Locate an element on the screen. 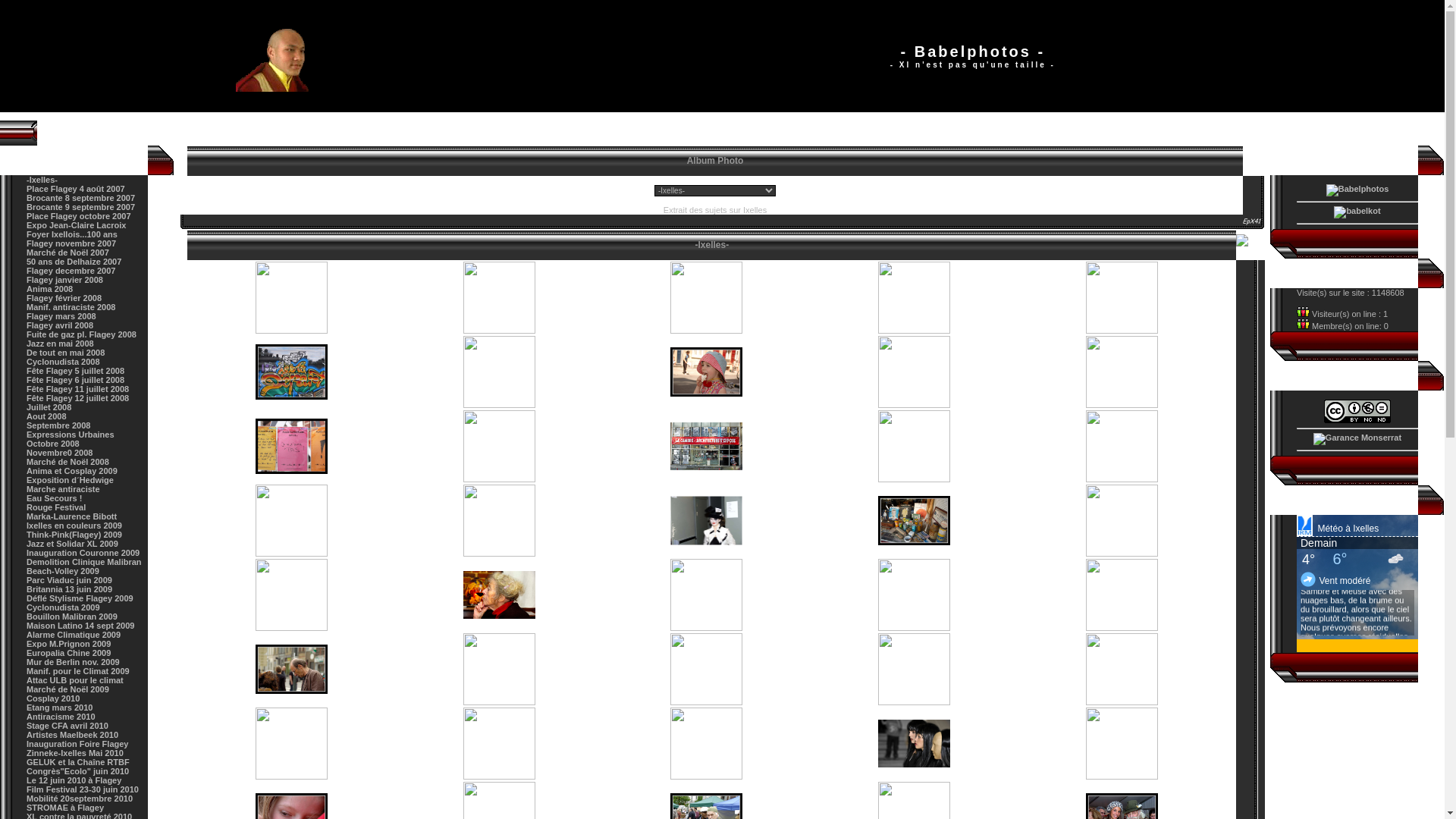 The height and width of the screenshot is (819, 1456). 'Inauguration Foire Flagey' is located at coordinates (76, 742).